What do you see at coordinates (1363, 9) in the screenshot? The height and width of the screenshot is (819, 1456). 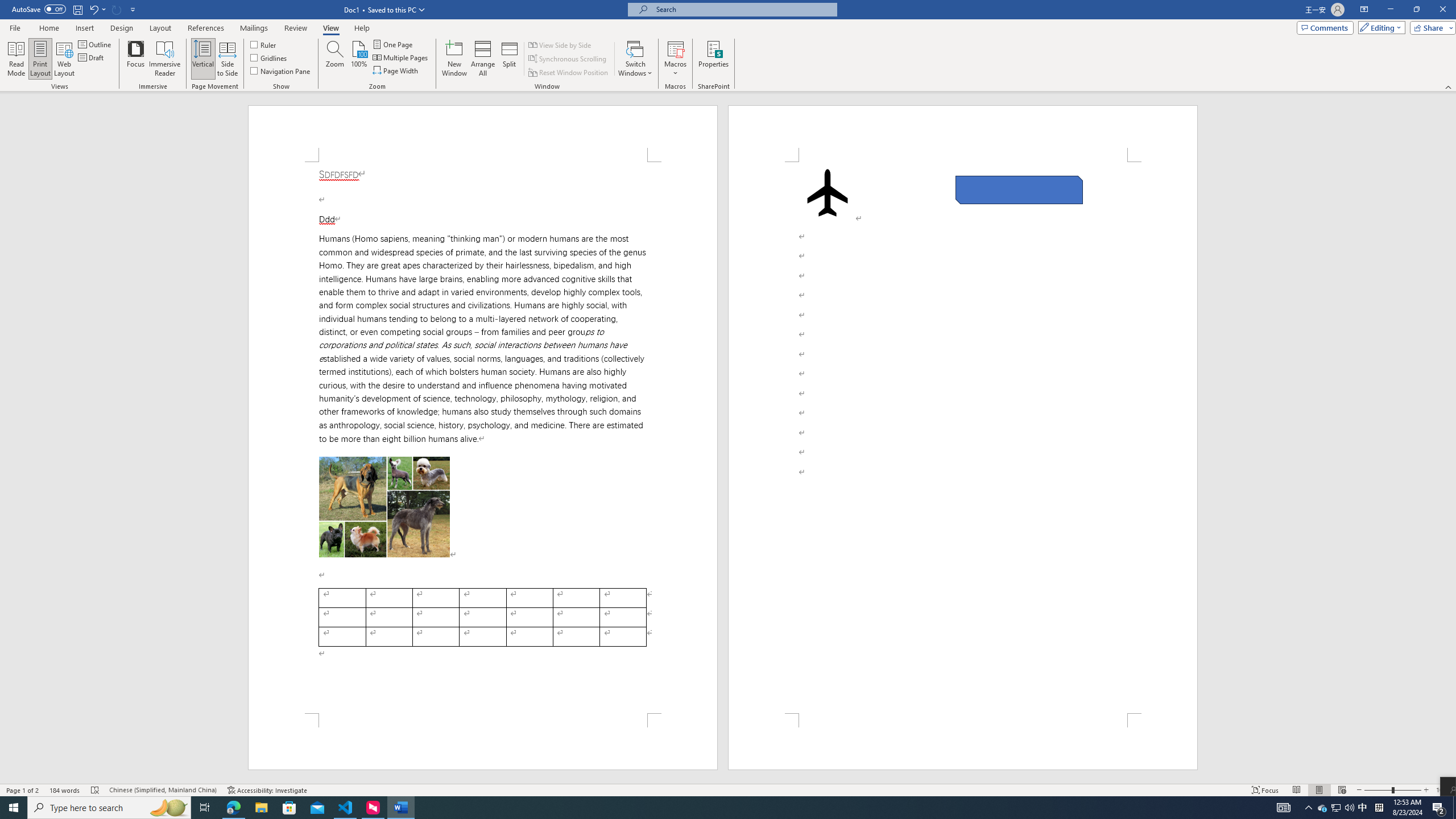 I see `'Ribbon Display Options'` at bounding box center [1363, 9].